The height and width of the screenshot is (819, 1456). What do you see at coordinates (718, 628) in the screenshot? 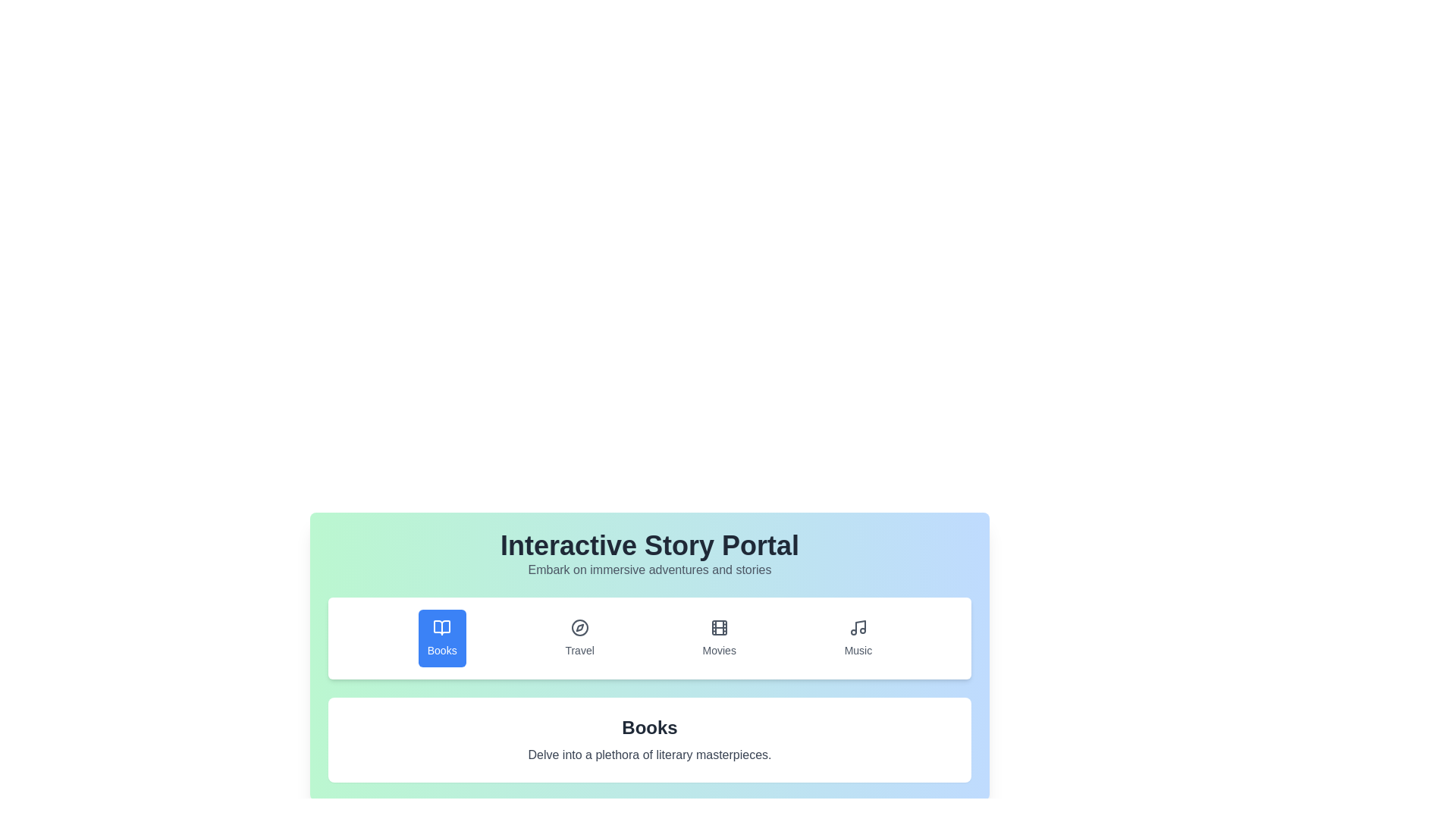
I see `the 'Movies' interactive button, which is represented by a film reel icon located third in a horizontal row between the 'Travel' and 'Music' buttons` at bounding box center [718, 628].